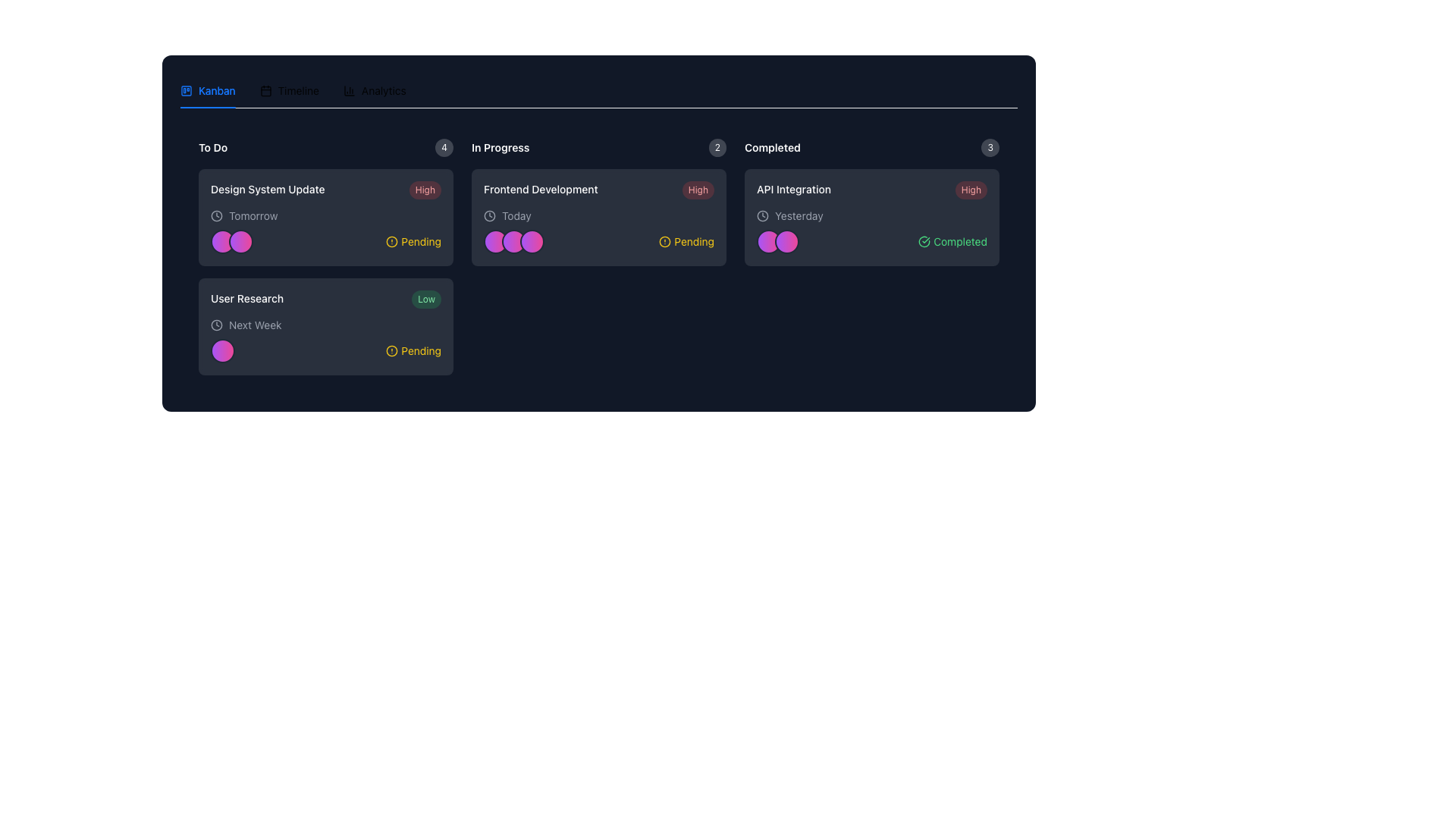  What do you see at coordinates (207, 90) in the screenshot?
I see `the 'Kanban' tab, which is the first tab` at bounding box center [207, 90].